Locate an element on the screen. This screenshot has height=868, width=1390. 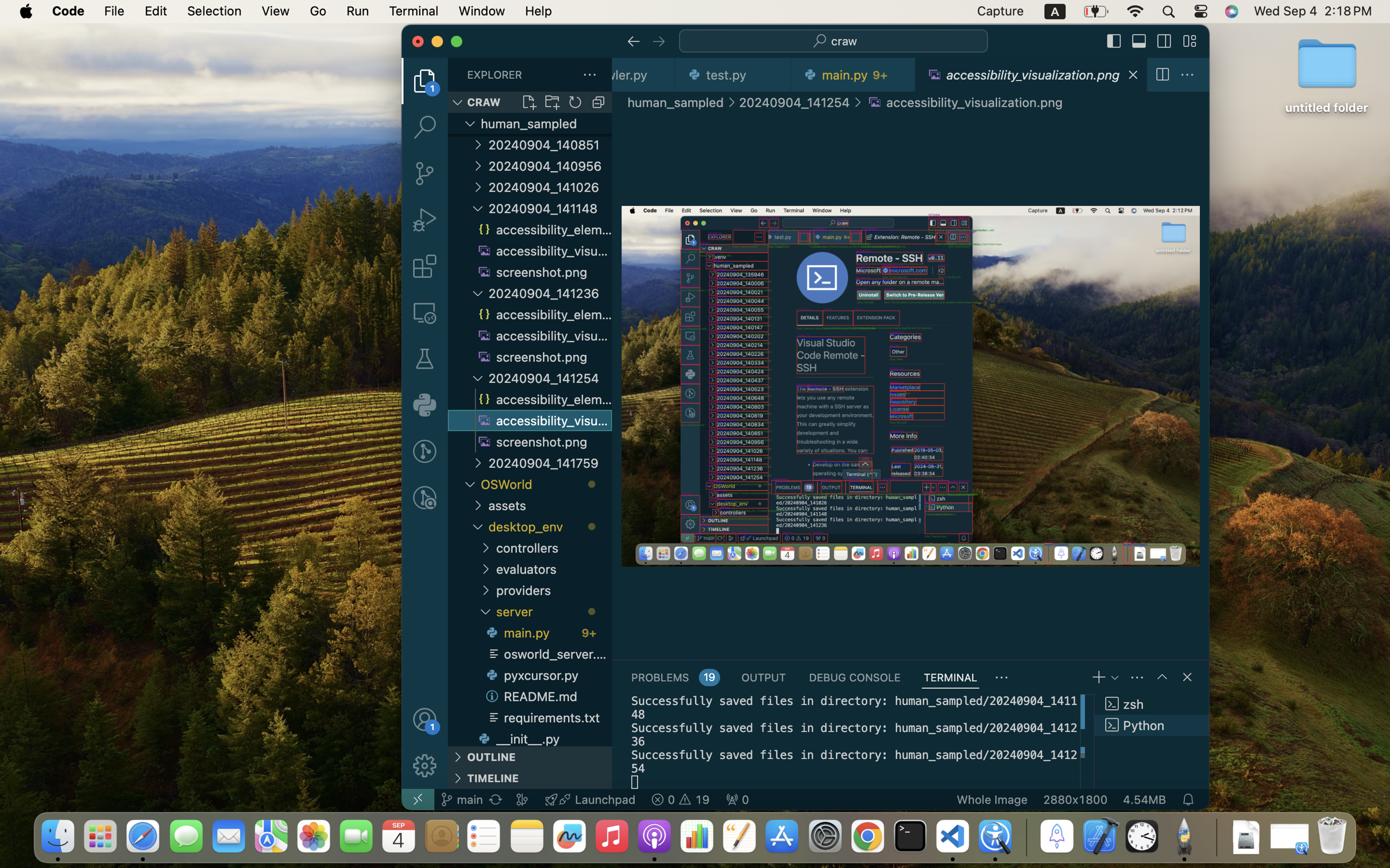
'' is located at coordinates (1189, 41).